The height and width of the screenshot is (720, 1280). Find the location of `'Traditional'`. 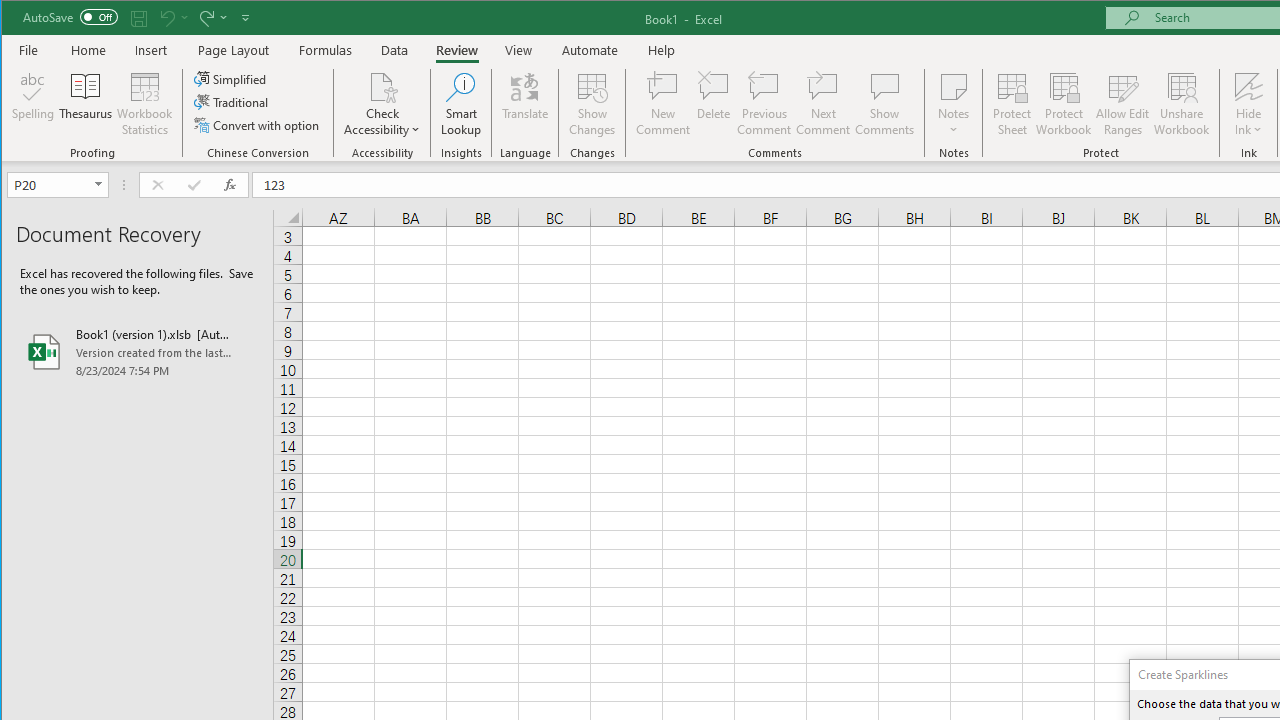

'Traditional' is located at coordinates (232, 102).